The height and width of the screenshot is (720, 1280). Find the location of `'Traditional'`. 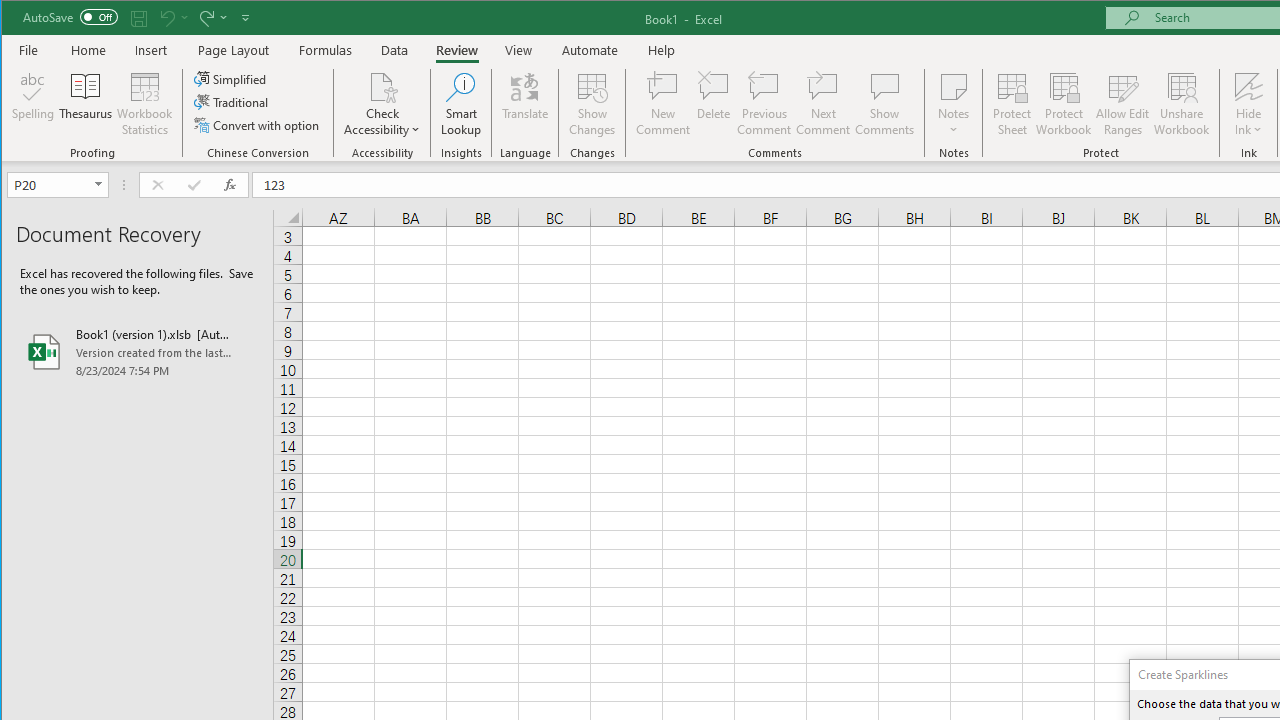

'Traditional' is located at coordinates (232, 102).